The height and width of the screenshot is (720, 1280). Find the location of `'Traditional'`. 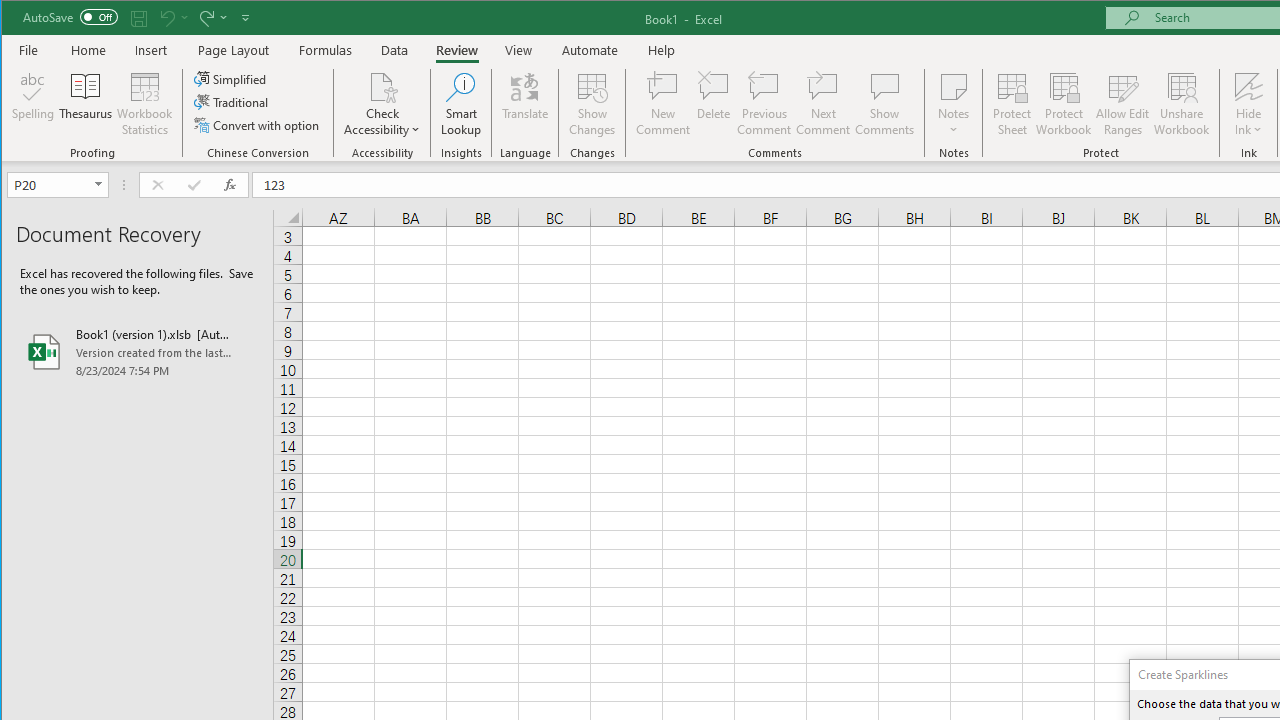

'Traditional' is located at coordinates (232, 102).